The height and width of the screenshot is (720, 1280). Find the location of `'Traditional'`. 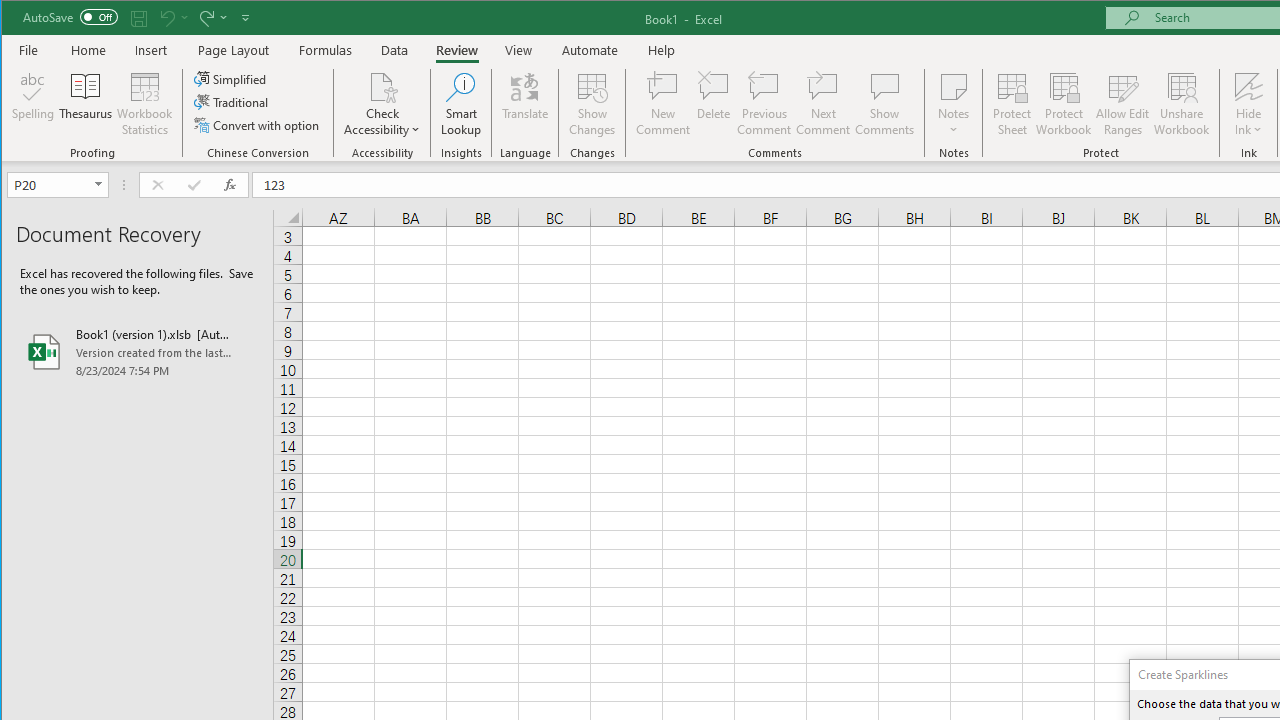

'Traditional' is located at coordinates (232, 102).